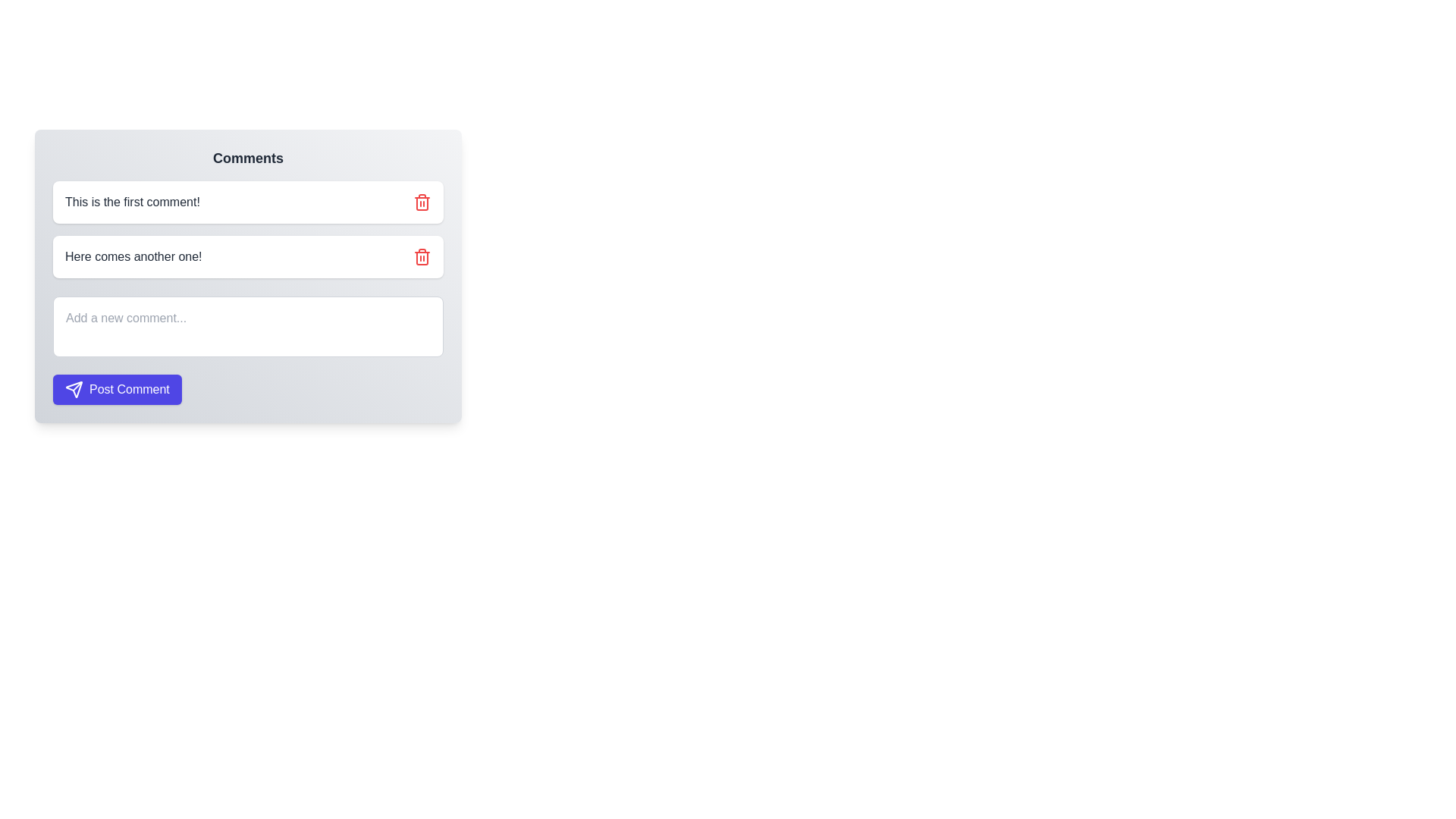 This screenshot has width=1456, height=819. What do you see at coordinates (248, 350) in the screenshot?
I see `the text input field for adding a new comment, which is styled with a light background and has the placeholder text 'Add a new comment...'. This input field is located at the bottom of the comment section, directly below existing comments` at bounding box center [248, 350].